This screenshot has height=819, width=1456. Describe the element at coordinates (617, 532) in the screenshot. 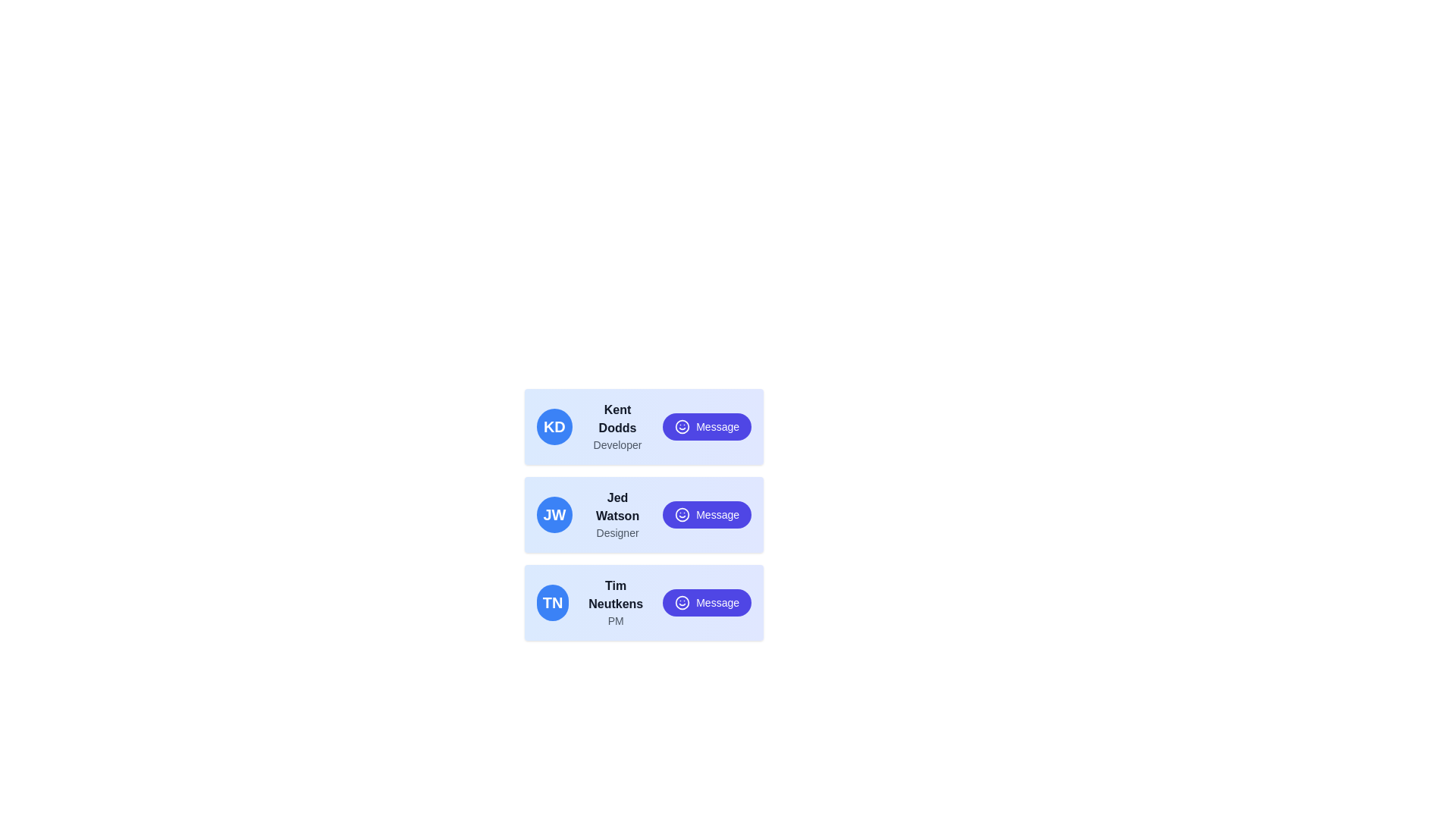

I see `the descriptive label indicating the professional role associated with 'Jed Watson', located below the name in the second card of the user cards list` at that location.